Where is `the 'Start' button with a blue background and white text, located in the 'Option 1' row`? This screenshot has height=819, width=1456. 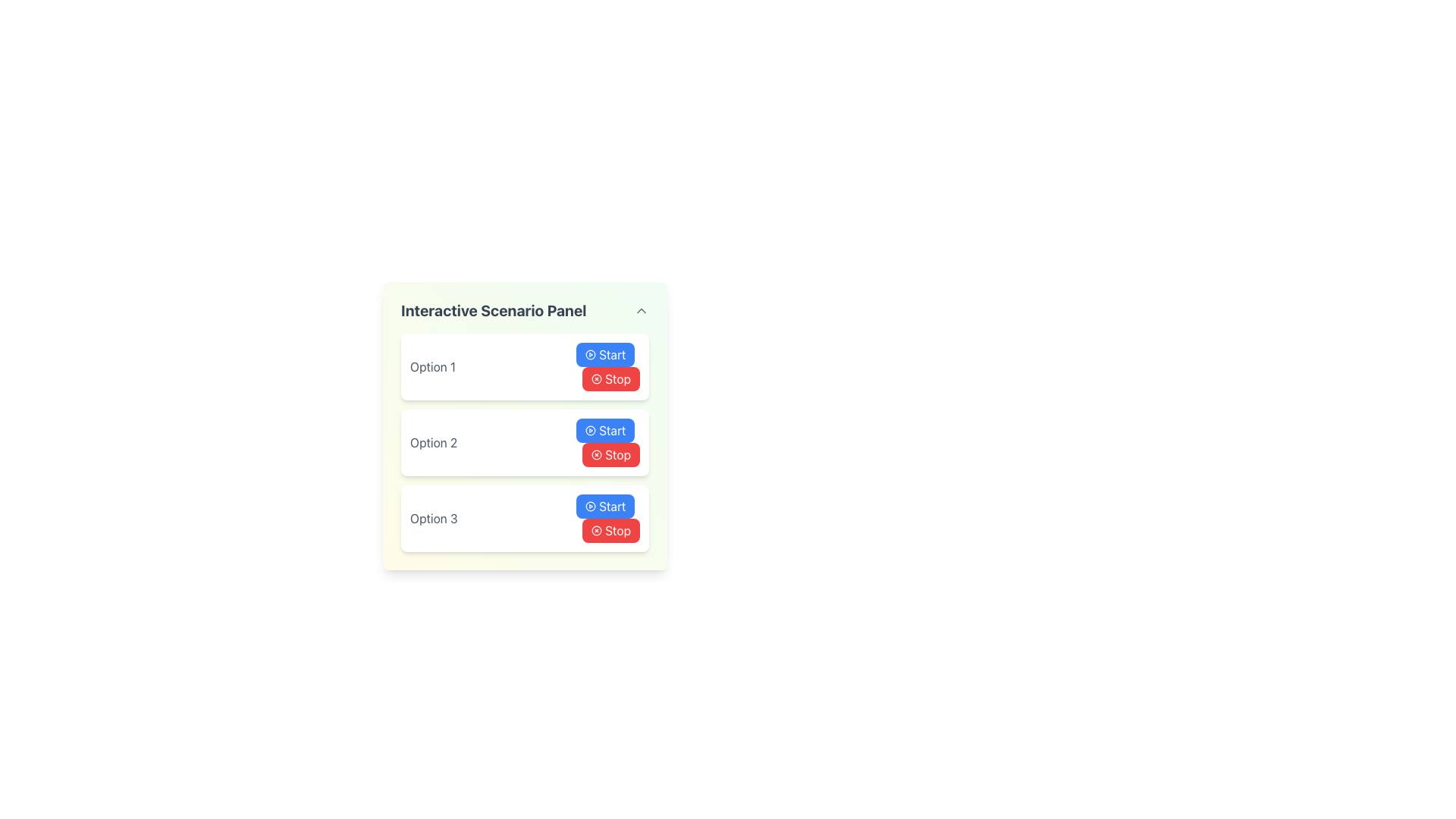 the 'Start' button with a blue background and white text, located in the 'Option 1' row is located at coordinates (604, 354).